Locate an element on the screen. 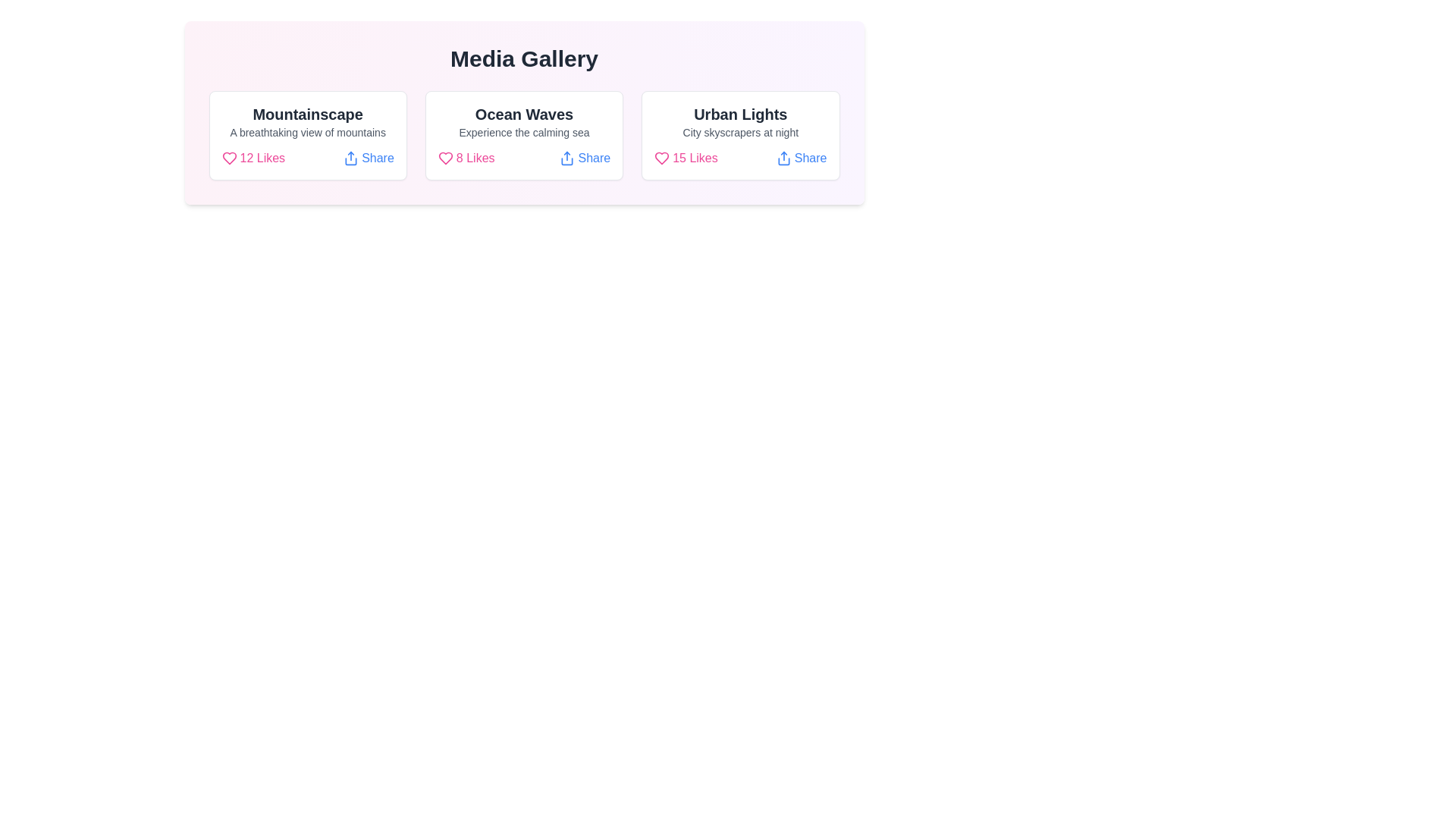  the 'Share' button for the item titled 'Urban Lights' is located at coordinates (801, 158).